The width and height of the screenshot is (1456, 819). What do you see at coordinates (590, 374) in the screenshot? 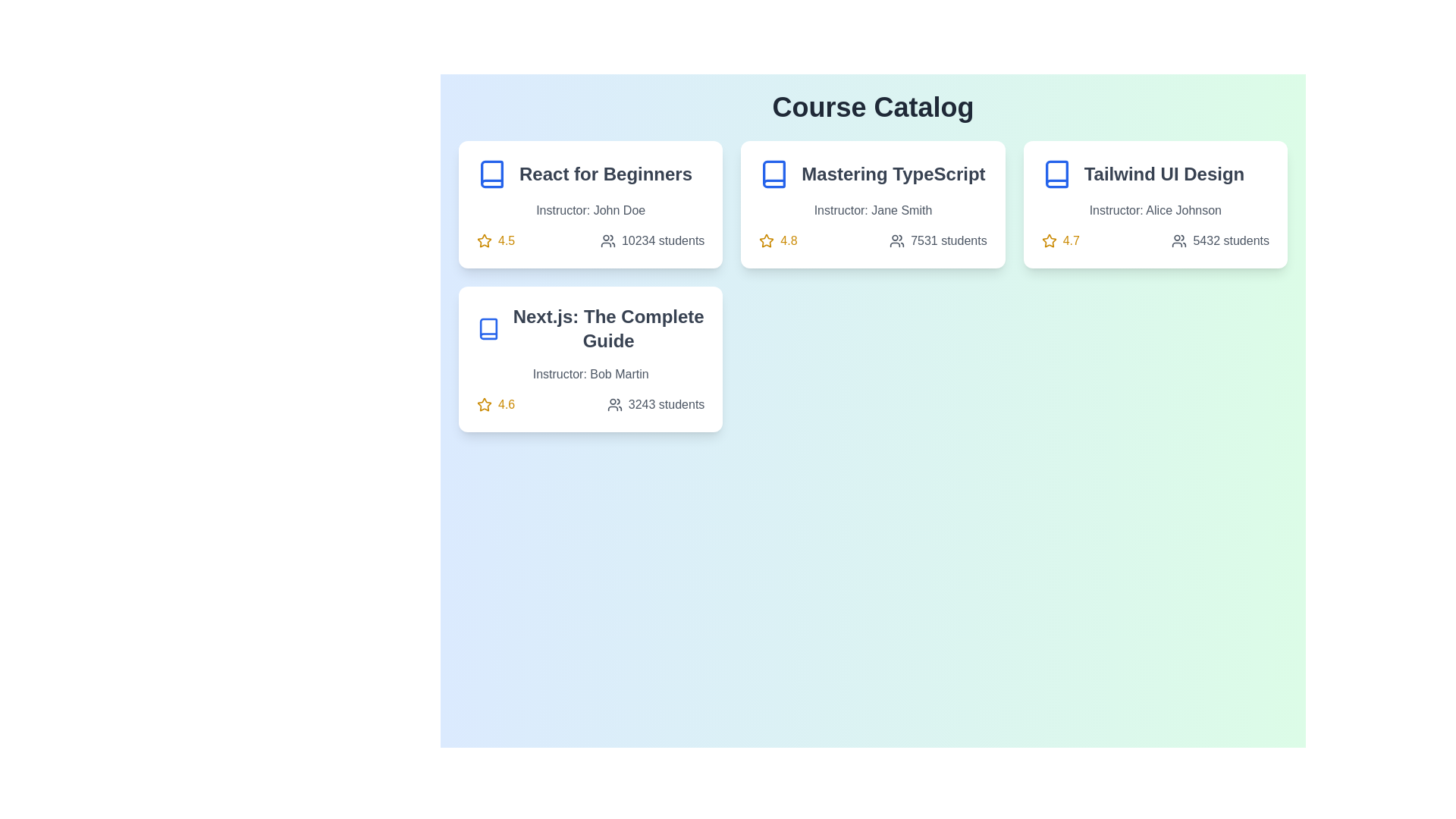
I see `instructor's name displayed in gray text beneath the course title 'Next.js: The Complete Guide' within the second card of the leftmost column in the grid layout` at bounding box center [590, 374].